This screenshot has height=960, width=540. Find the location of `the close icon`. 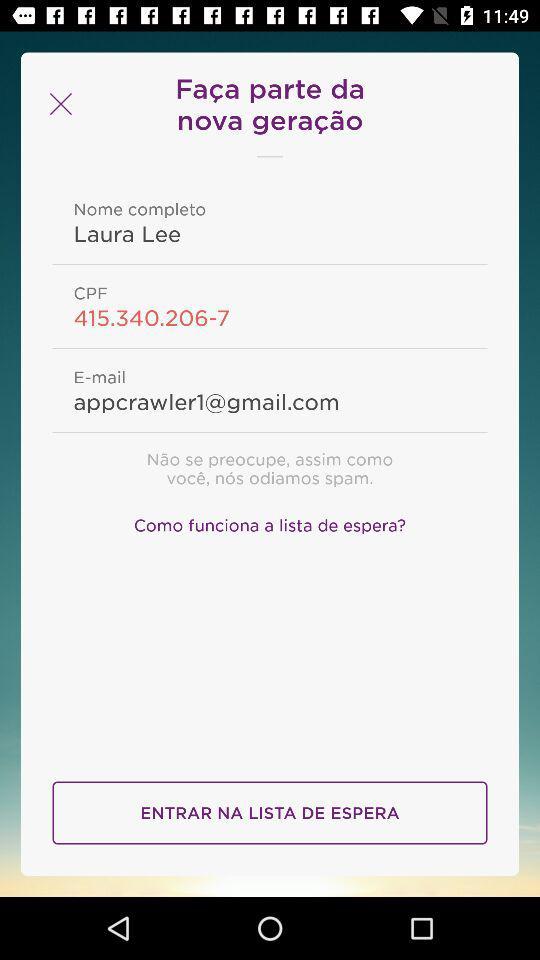

the close icon is located at coordinates (58, 104).